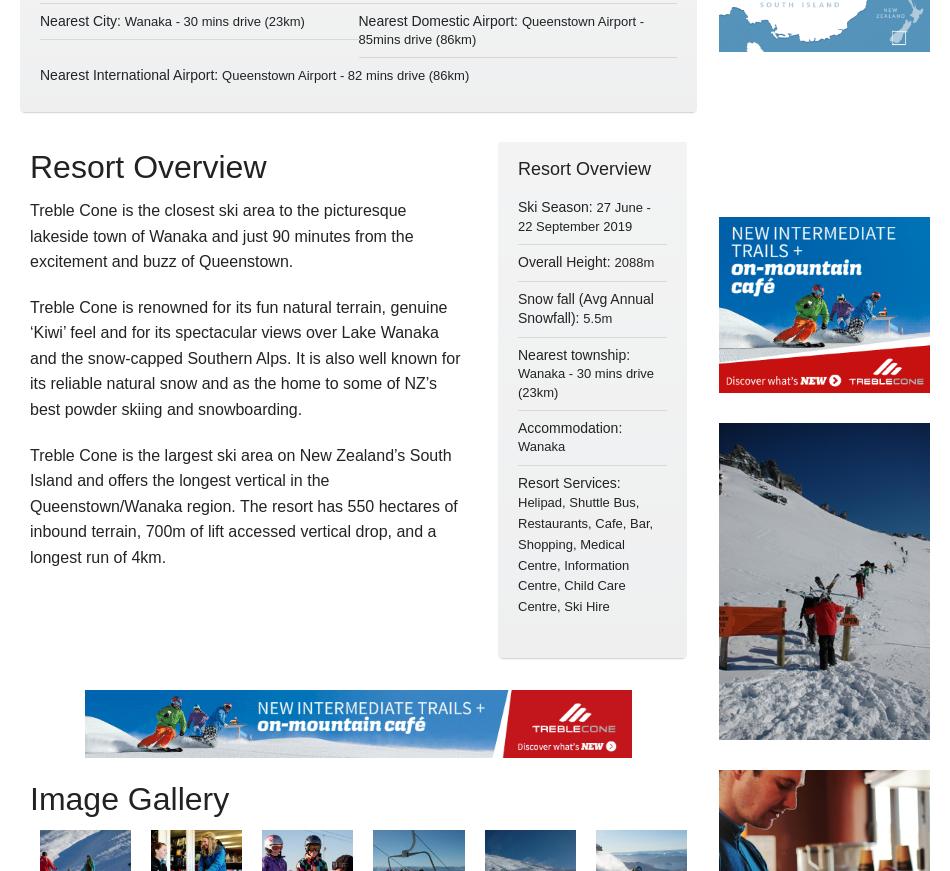 The height and width of the screenshot is (871, 950). I want to click on 'Image Gallery', so click(129, 798).